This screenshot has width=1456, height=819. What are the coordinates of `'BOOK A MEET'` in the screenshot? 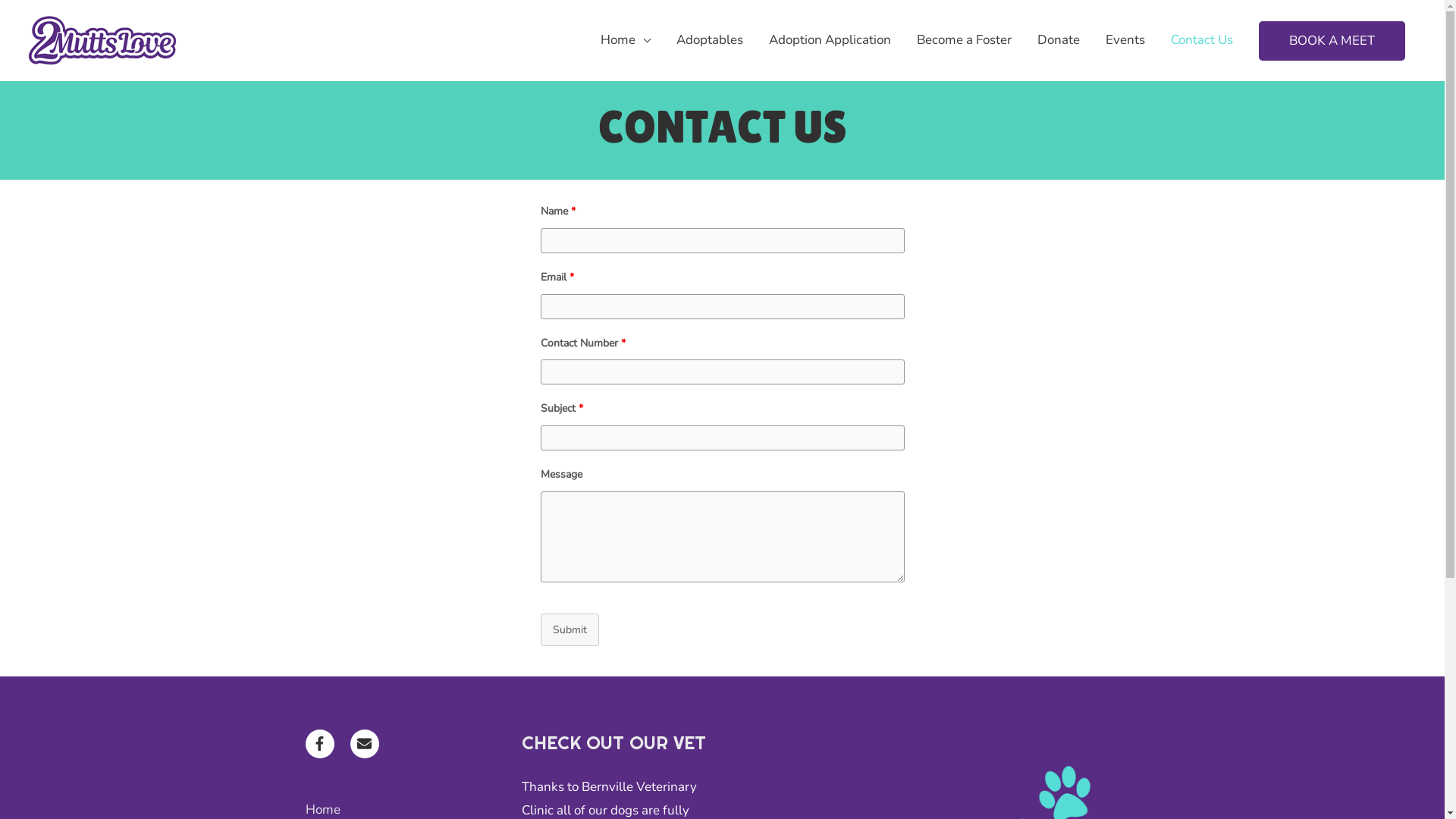 It's located at (1259, 40).